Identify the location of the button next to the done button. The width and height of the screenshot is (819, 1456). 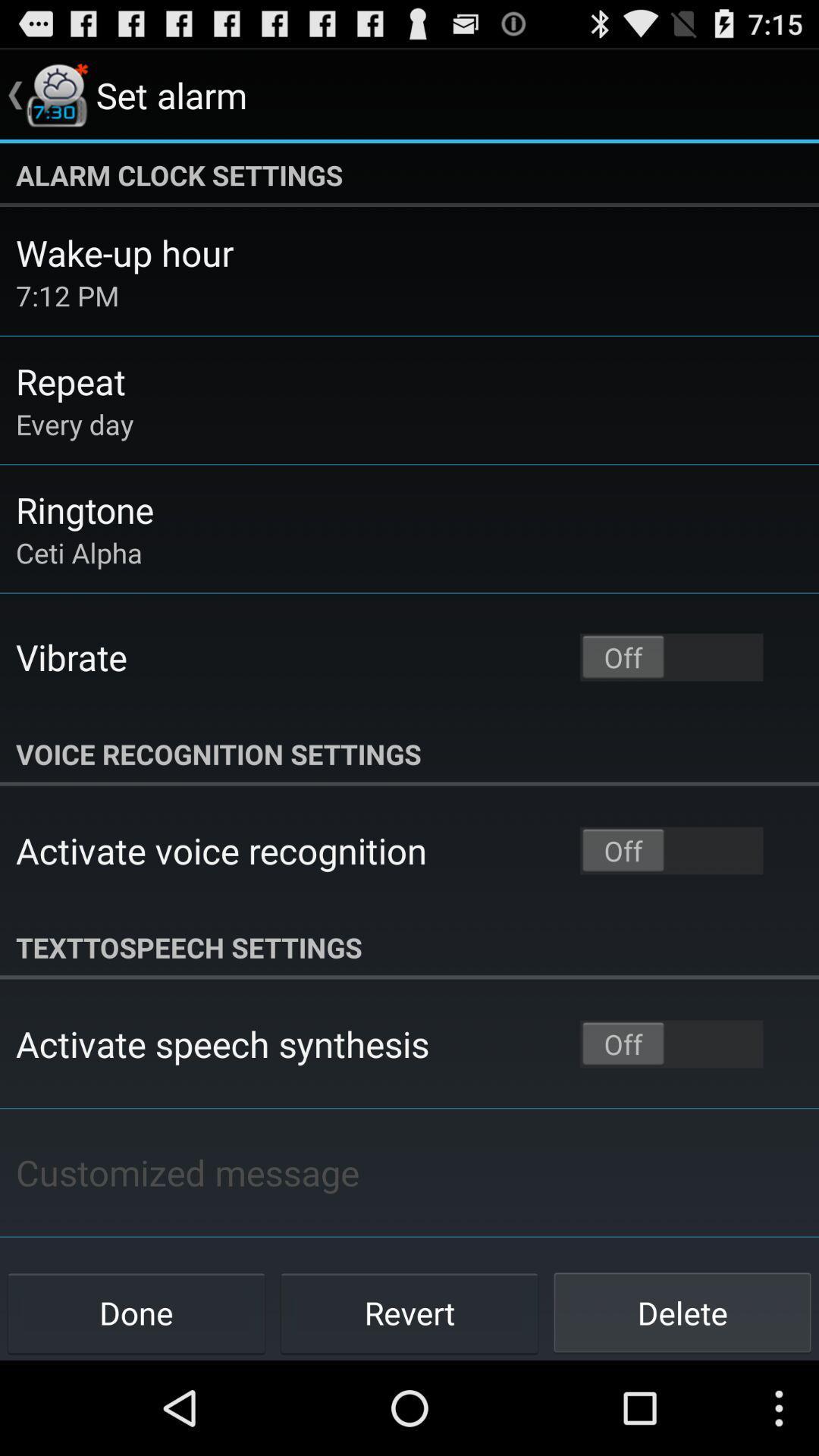
(409, 1312).